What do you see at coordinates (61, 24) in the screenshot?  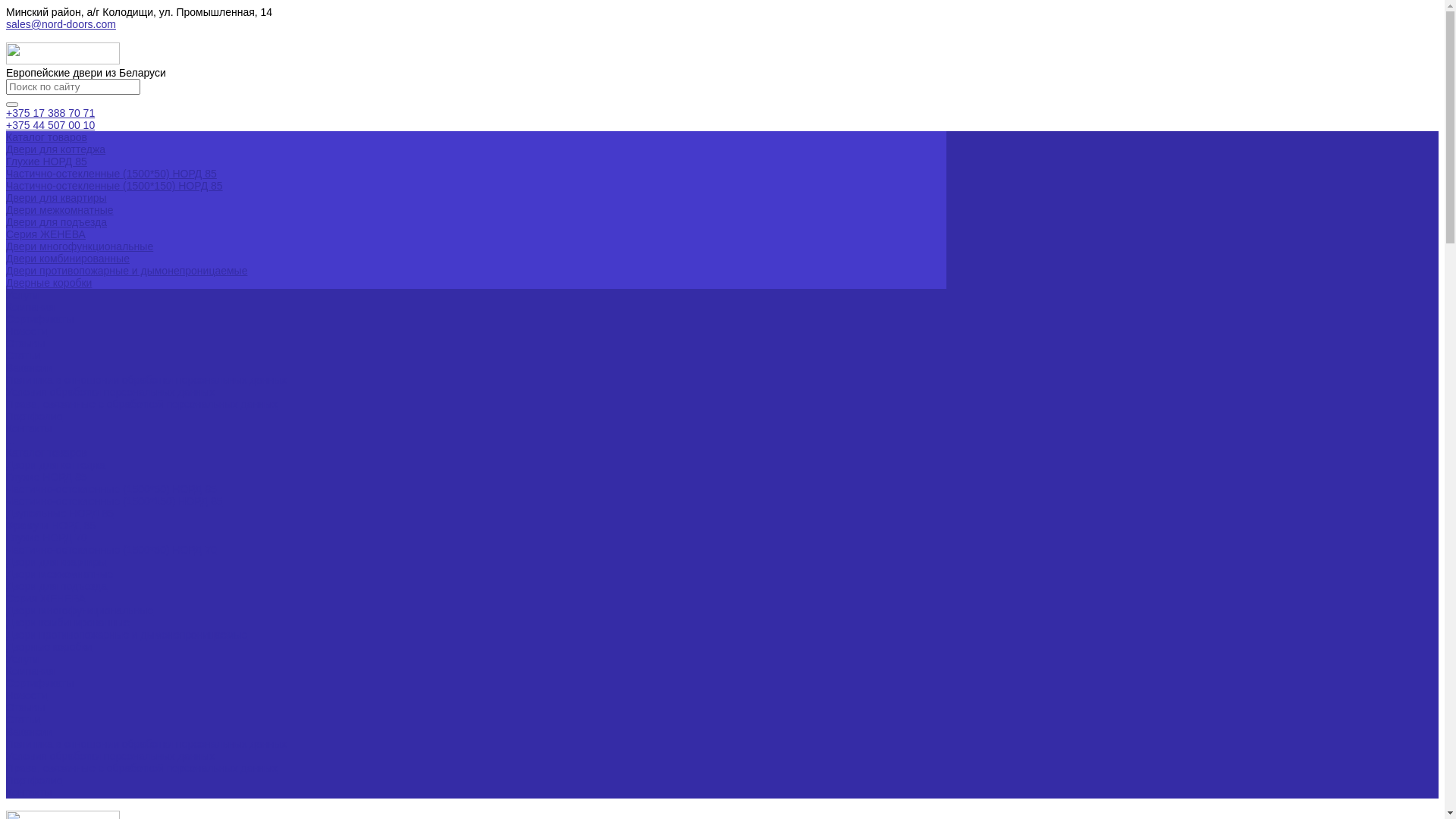 I see `'sales@nord-doors.com'` at bounding box center [61, 24].